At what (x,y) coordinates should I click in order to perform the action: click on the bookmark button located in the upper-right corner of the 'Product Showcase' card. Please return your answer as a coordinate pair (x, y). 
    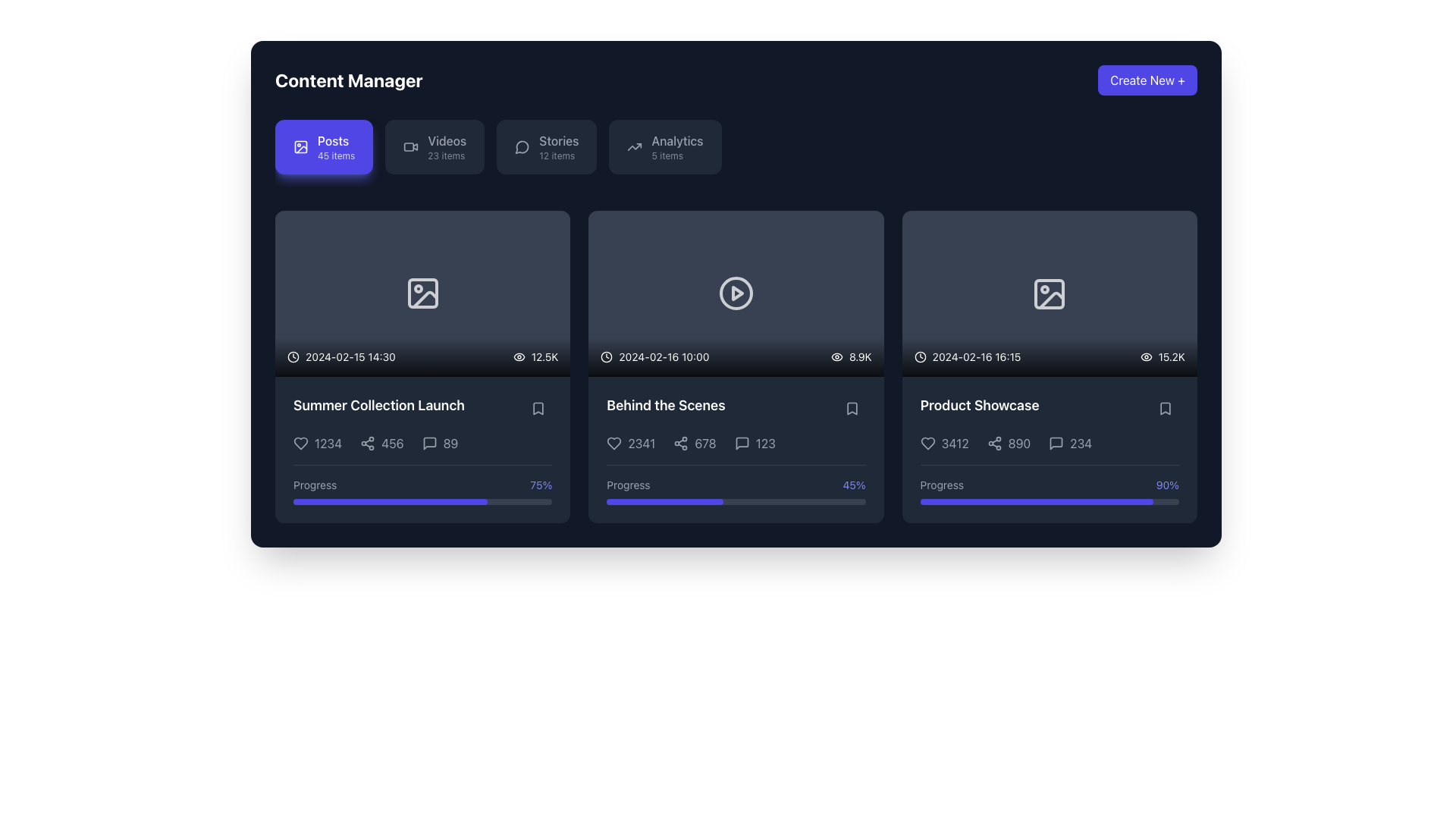
    Looking at the image, I should click on (1164, 408).